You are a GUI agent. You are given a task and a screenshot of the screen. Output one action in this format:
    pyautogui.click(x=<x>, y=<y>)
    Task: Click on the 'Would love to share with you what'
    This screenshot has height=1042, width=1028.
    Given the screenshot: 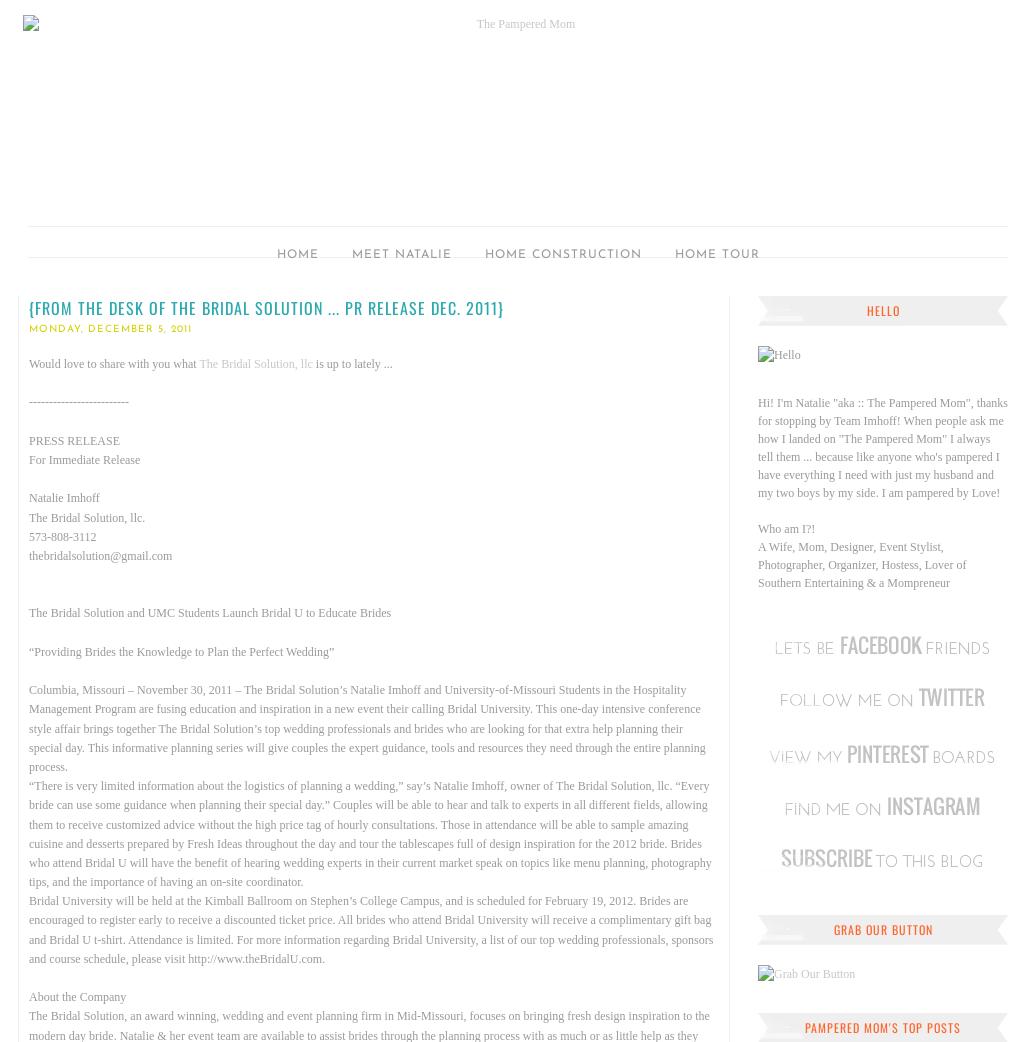 What is the action you would take?
    pyautogui.click(x=113, y=362)
    